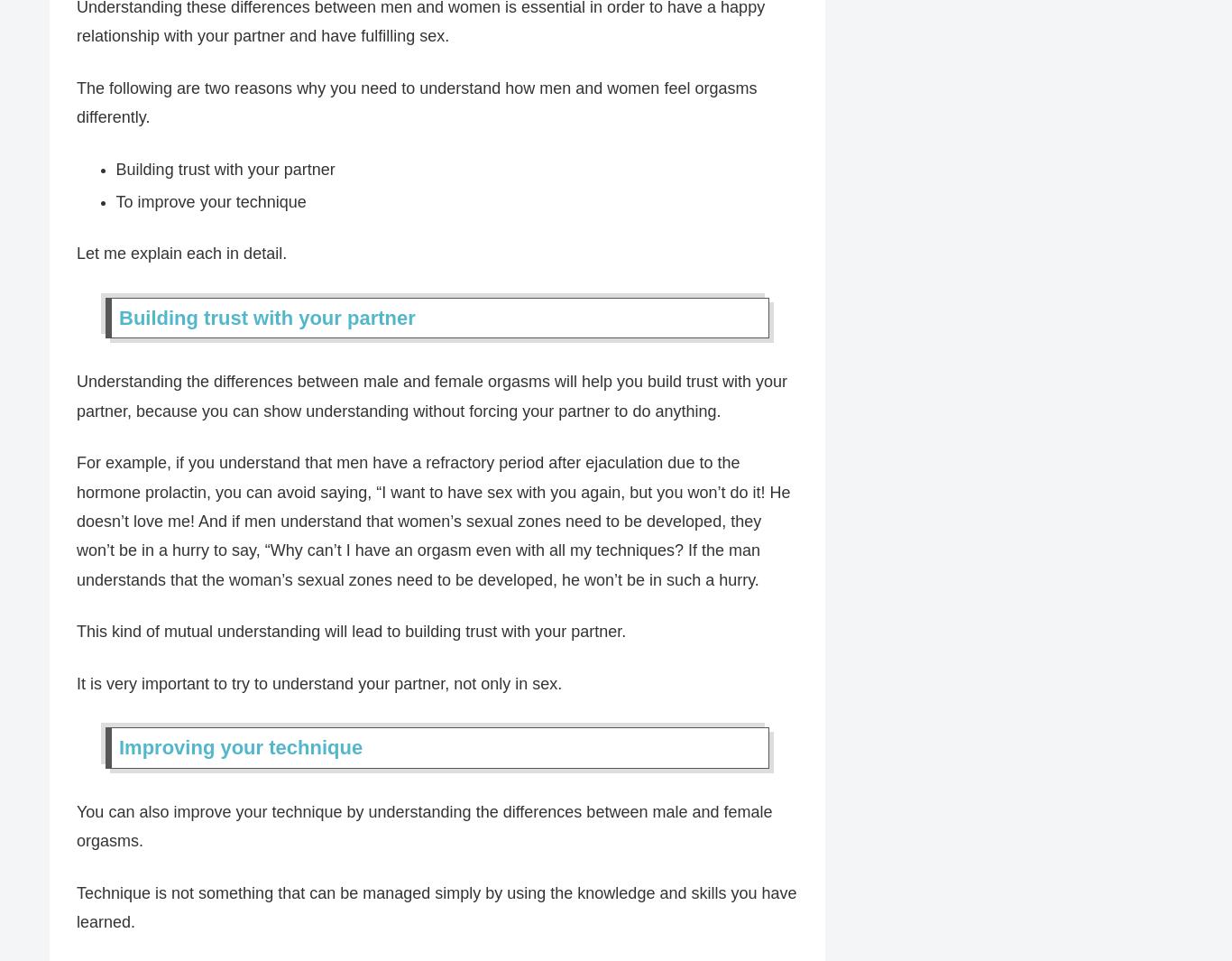  Describe the element at coordinates (210, 200) in the screenshot. I see `'To improve your technique'` at that location.